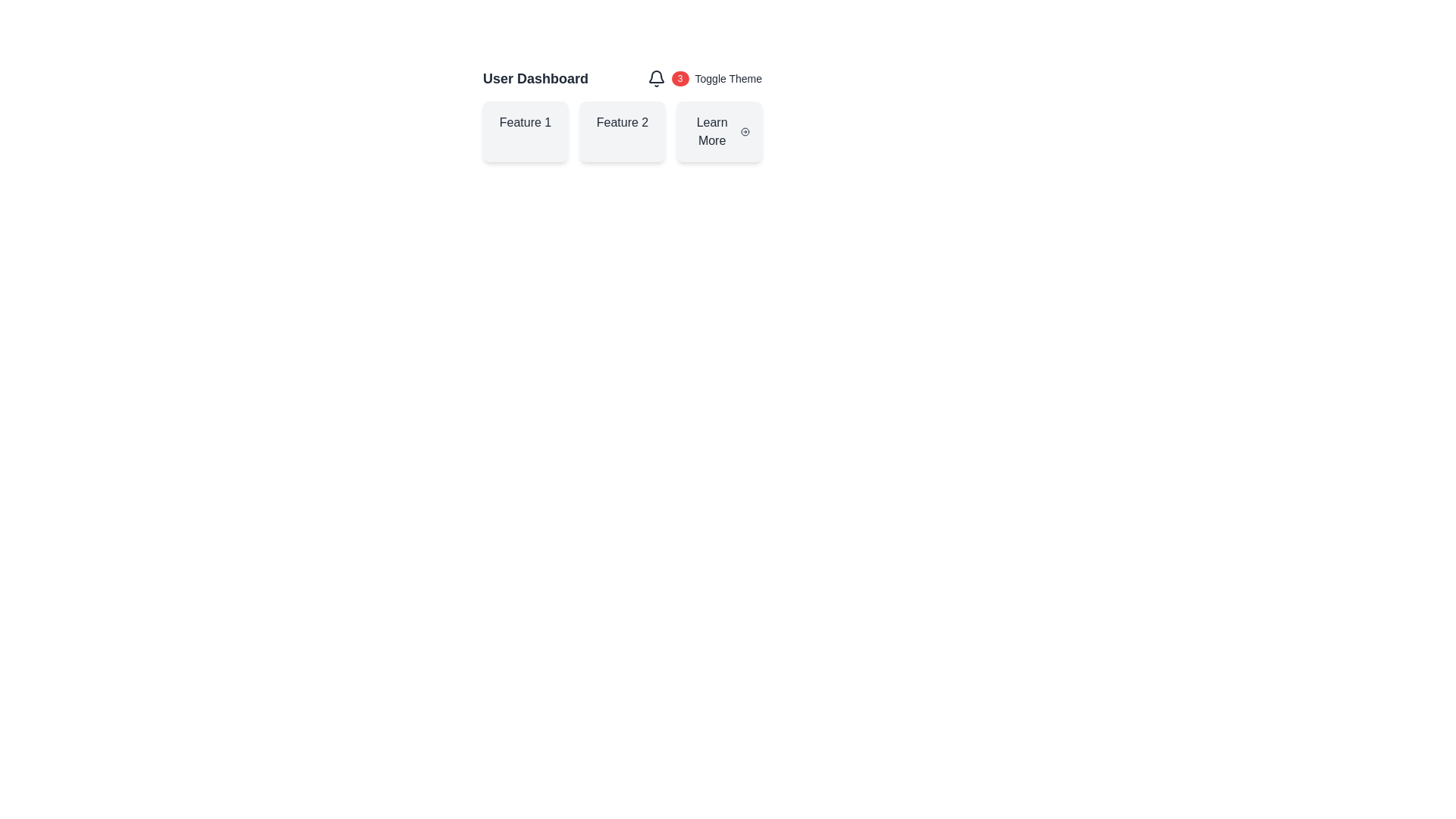  Describe the element at coordinates (622, 130) in the screenshot. I see `the second card in the group of three cards` at that location.